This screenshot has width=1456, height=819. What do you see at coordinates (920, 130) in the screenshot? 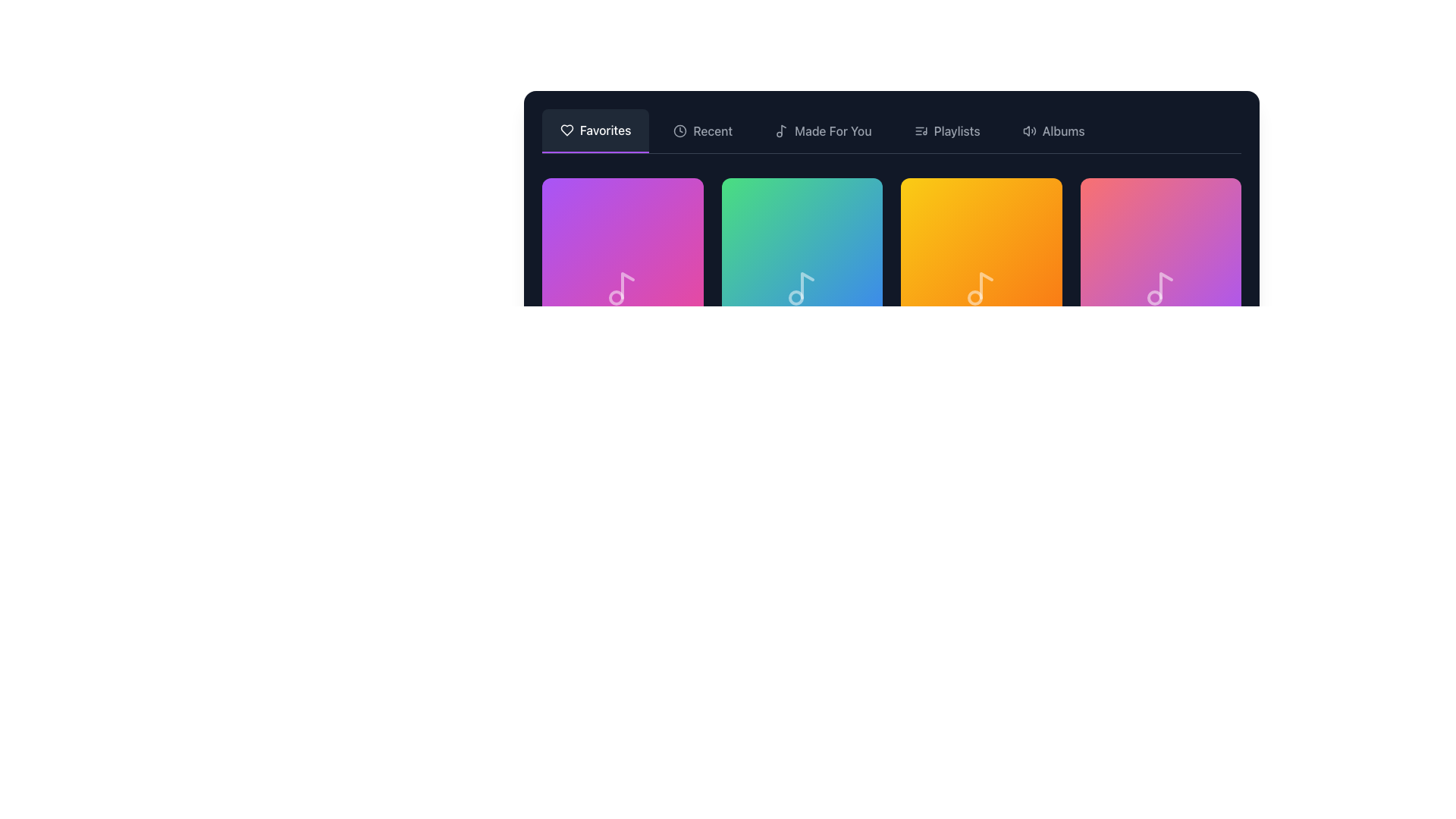
I see `the music playlist icon located inside the 'Playlists' button in the header navigation` at bounding box center [920, 130].